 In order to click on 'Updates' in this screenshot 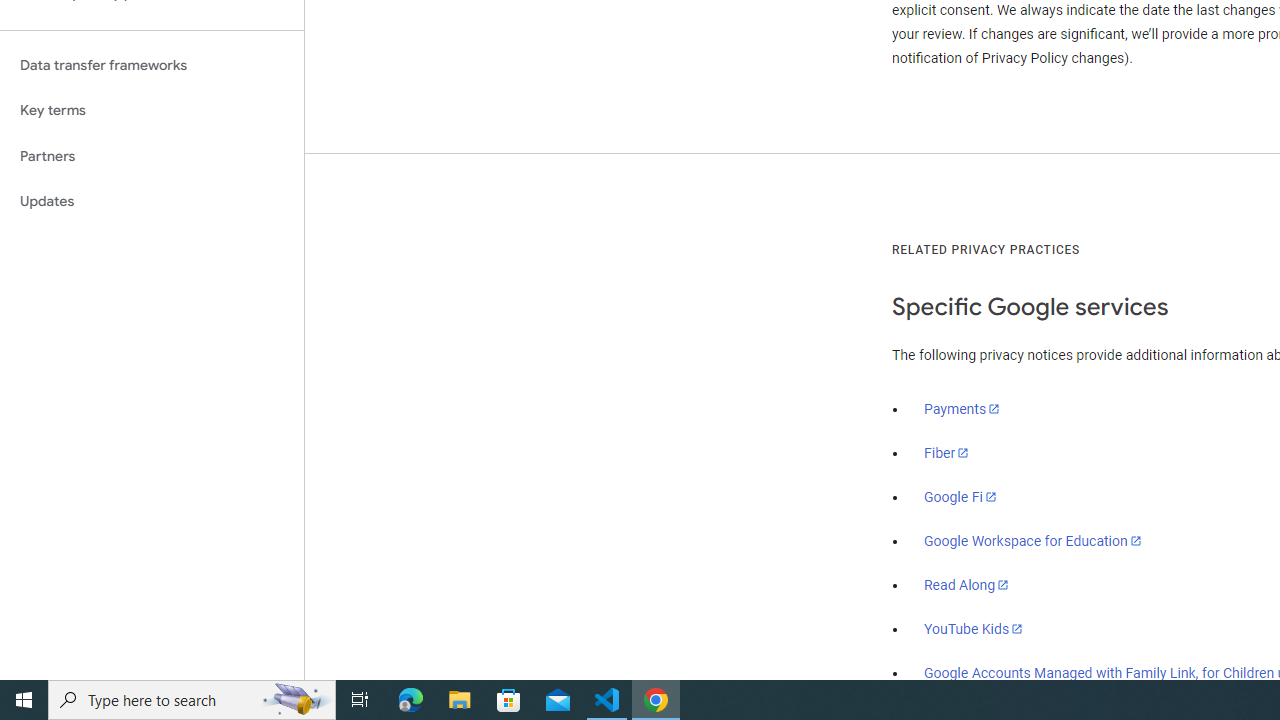, I will do `click(151, 201)`.